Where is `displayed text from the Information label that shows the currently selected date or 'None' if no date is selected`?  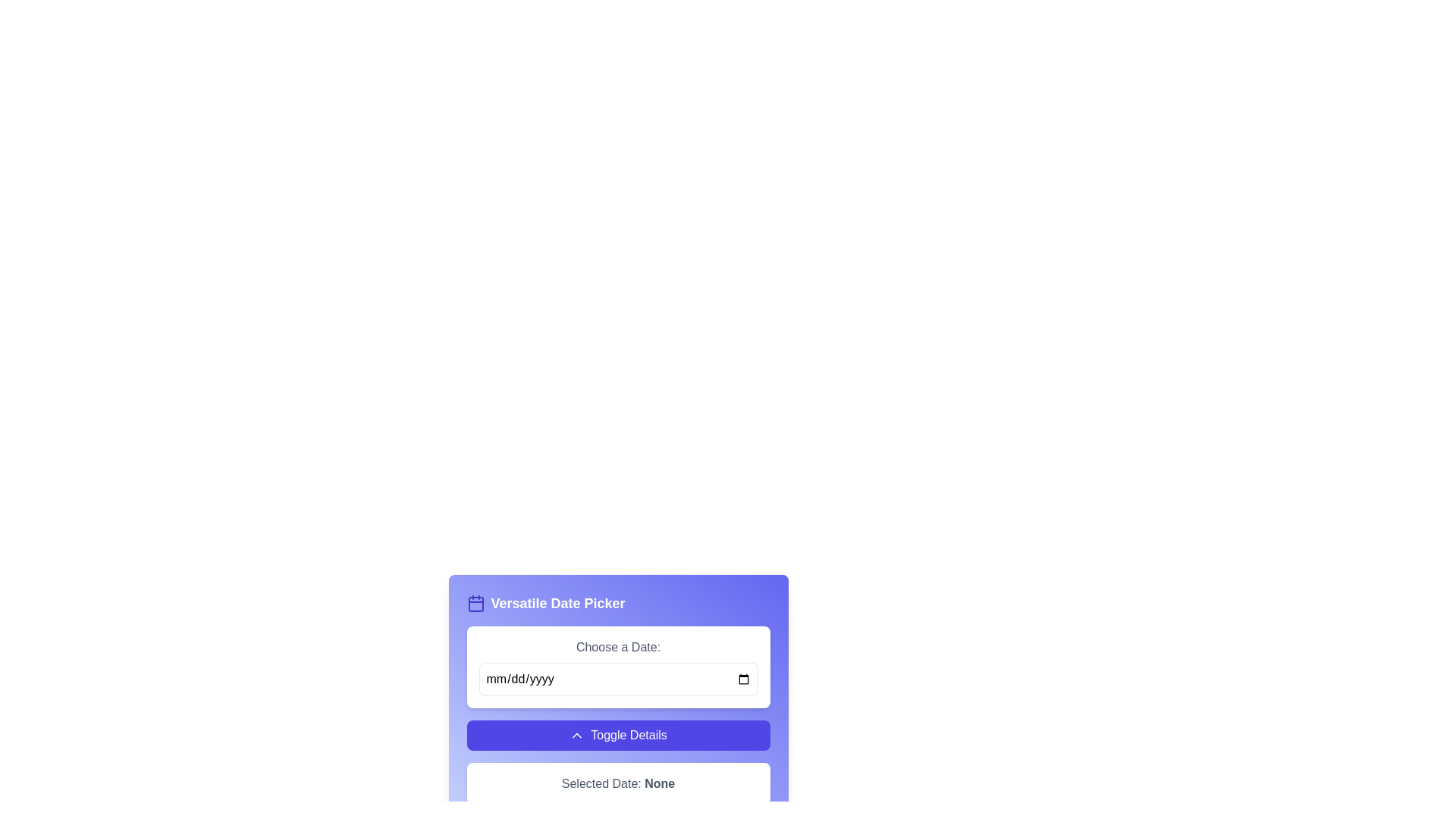
displayed text from the Information label that shows the currently selected date or 'None' if no date is selected is located at coordinates (618, 783).